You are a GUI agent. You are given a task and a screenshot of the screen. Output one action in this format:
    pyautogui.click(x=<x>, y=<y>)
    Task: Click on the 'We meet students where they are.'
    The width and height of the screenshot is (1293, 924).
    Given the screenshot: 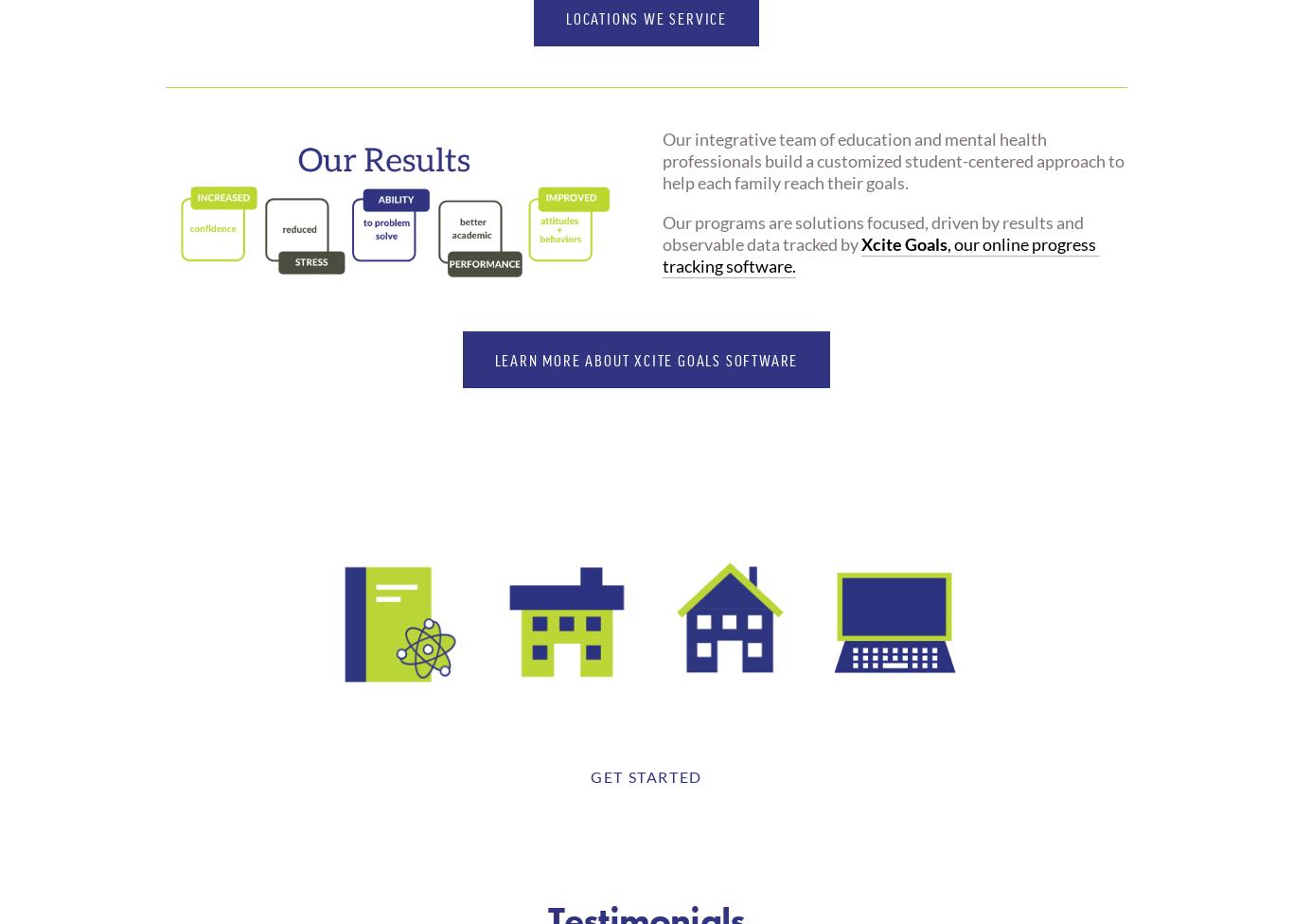 What is the action you would take?
    pyautogui.click(x=645, y=510)
    